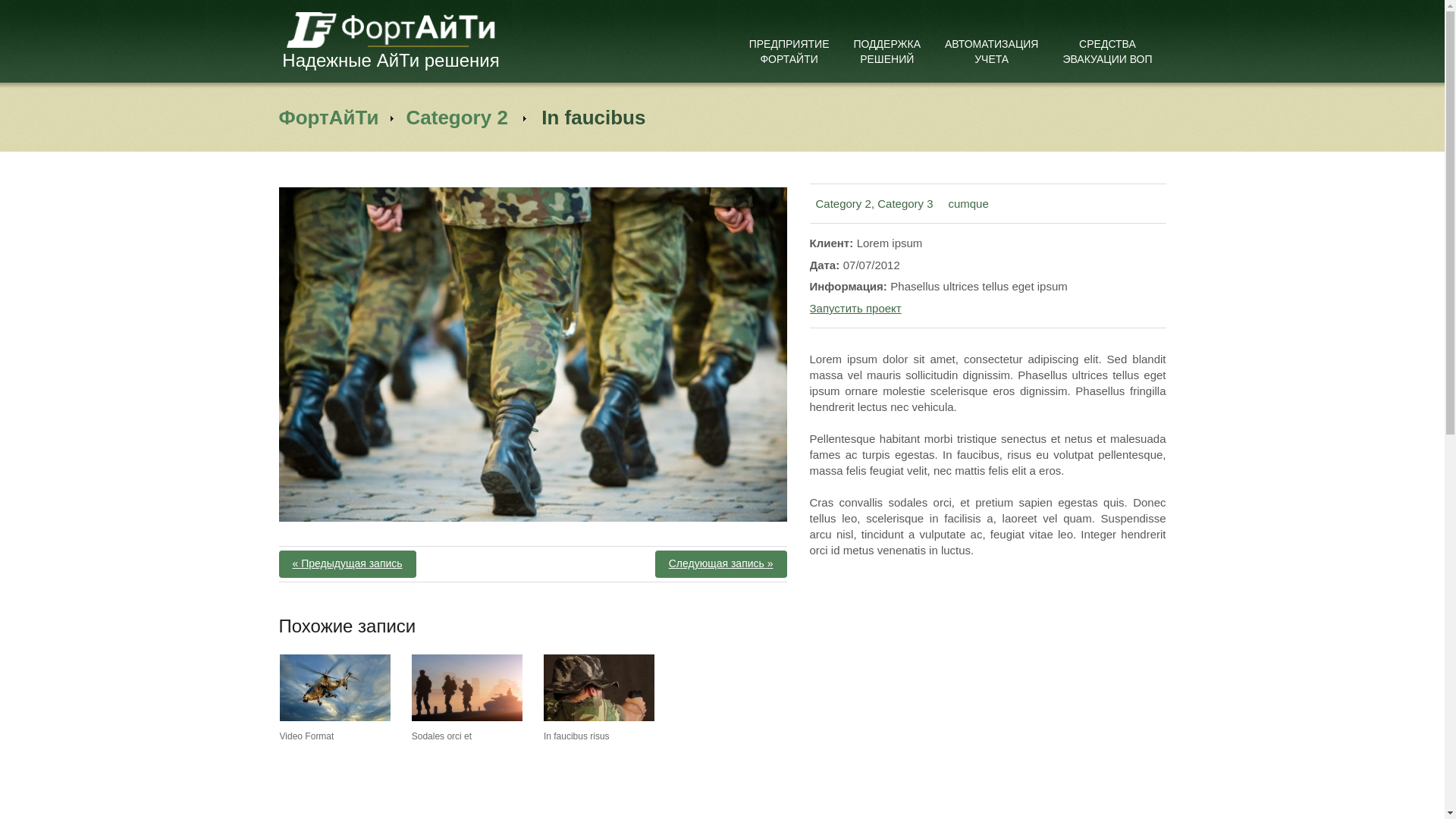 Image resolution: width=1456 pixels, height=819 pixels. Describe the element at coordinates (280, 736) in the screenshot. I see `'Video Format'` at that location.